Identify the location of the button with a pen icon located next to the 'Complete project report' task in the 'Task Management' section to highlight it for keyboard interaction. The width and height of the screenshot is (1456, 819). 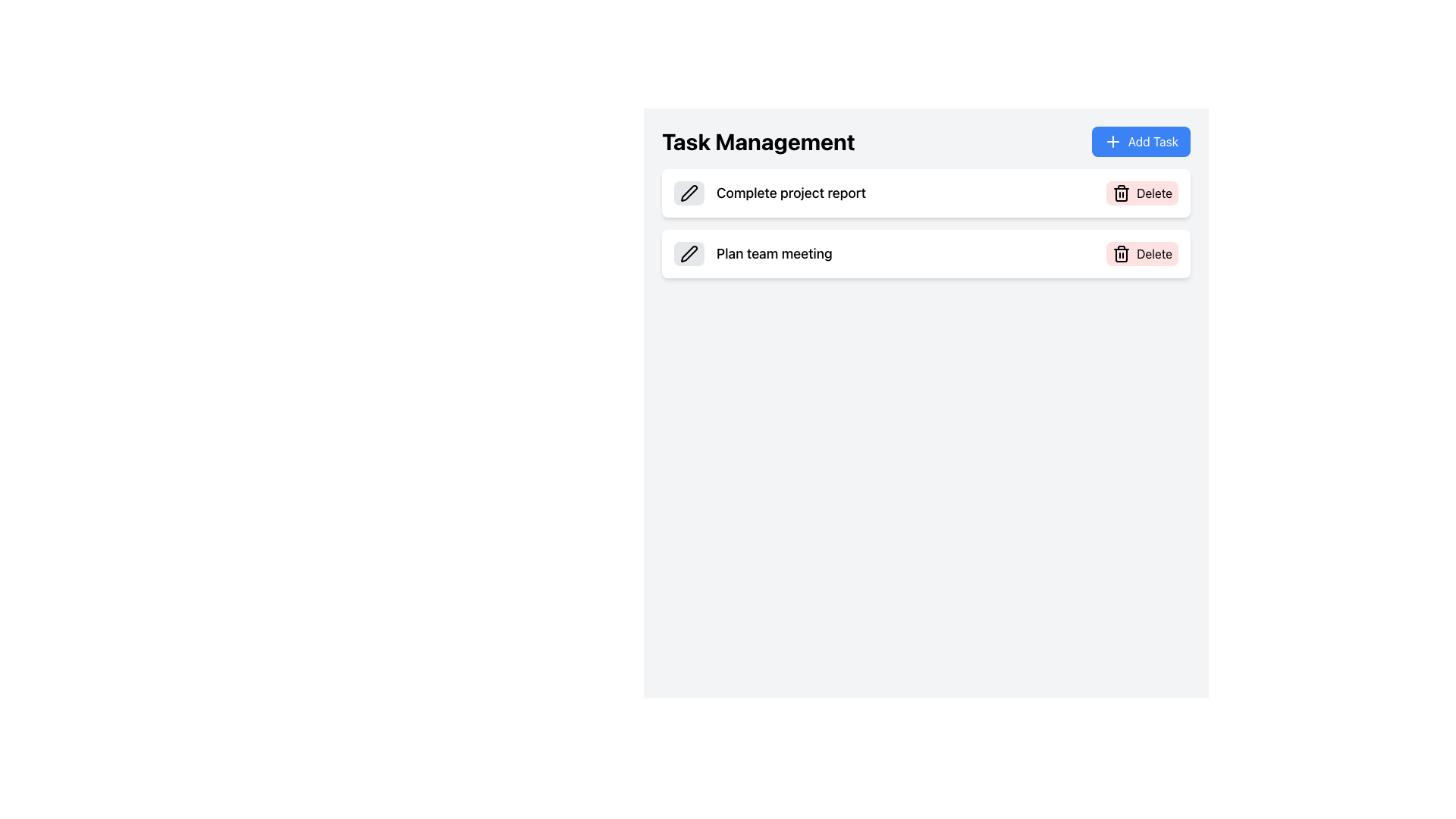
(688, 192).